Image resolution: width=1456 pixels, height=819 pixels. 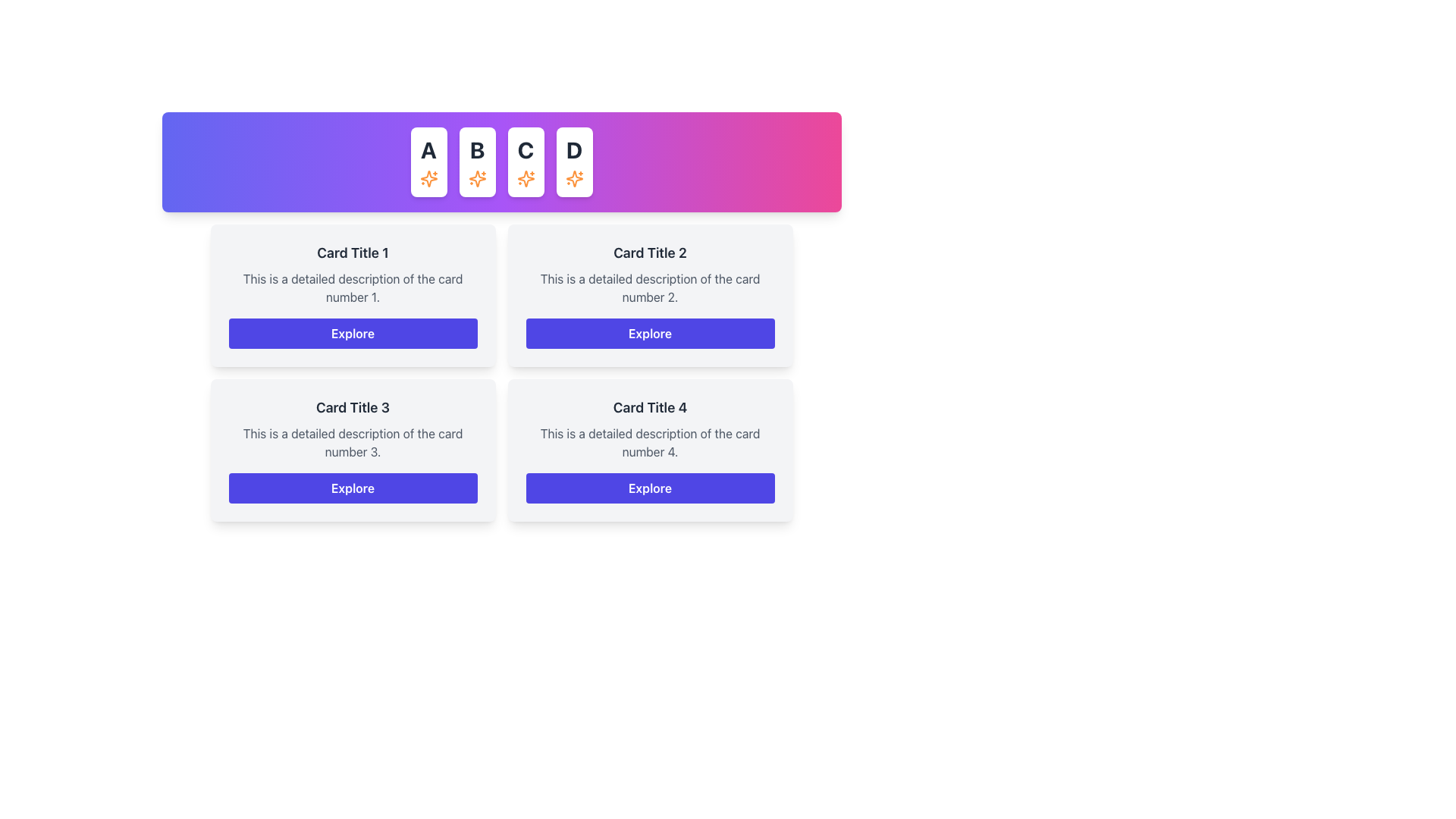 What do you see at coordinates (428, 177) in the screenshot?
I see `the decorative icon located beneath the bold letter 'A' in the first card of the second row, which is part of a horizontal arrangement of four cards` at bounding box center [428, 177].